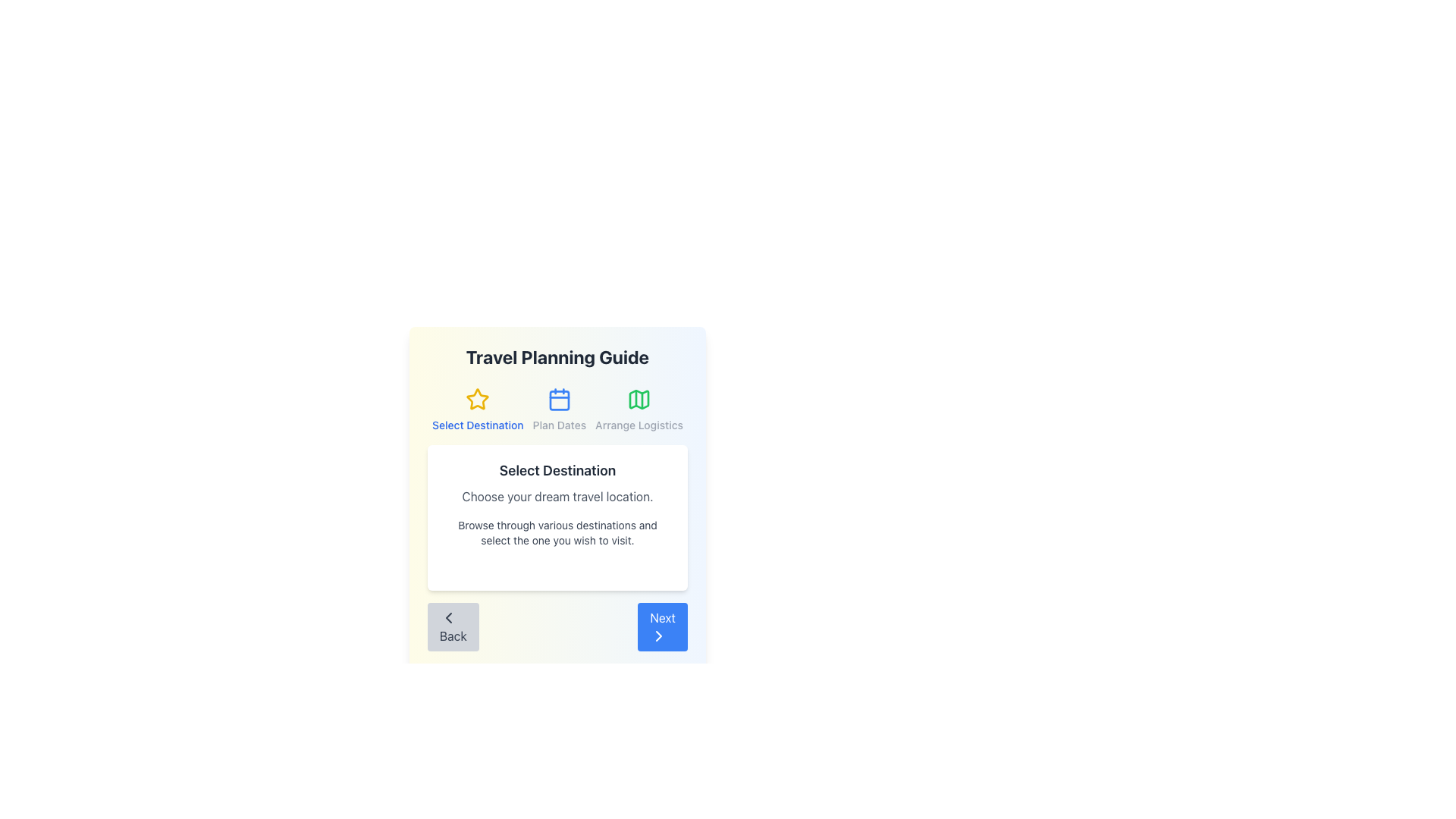 The height and width of the screenshot is (819, 1456). What do you see at coordinates (639, 409) in the screenshot?
I see `the third button in the horizontal layout under the header 'Travel Planning Guide'` at bounding box center [639, 409].